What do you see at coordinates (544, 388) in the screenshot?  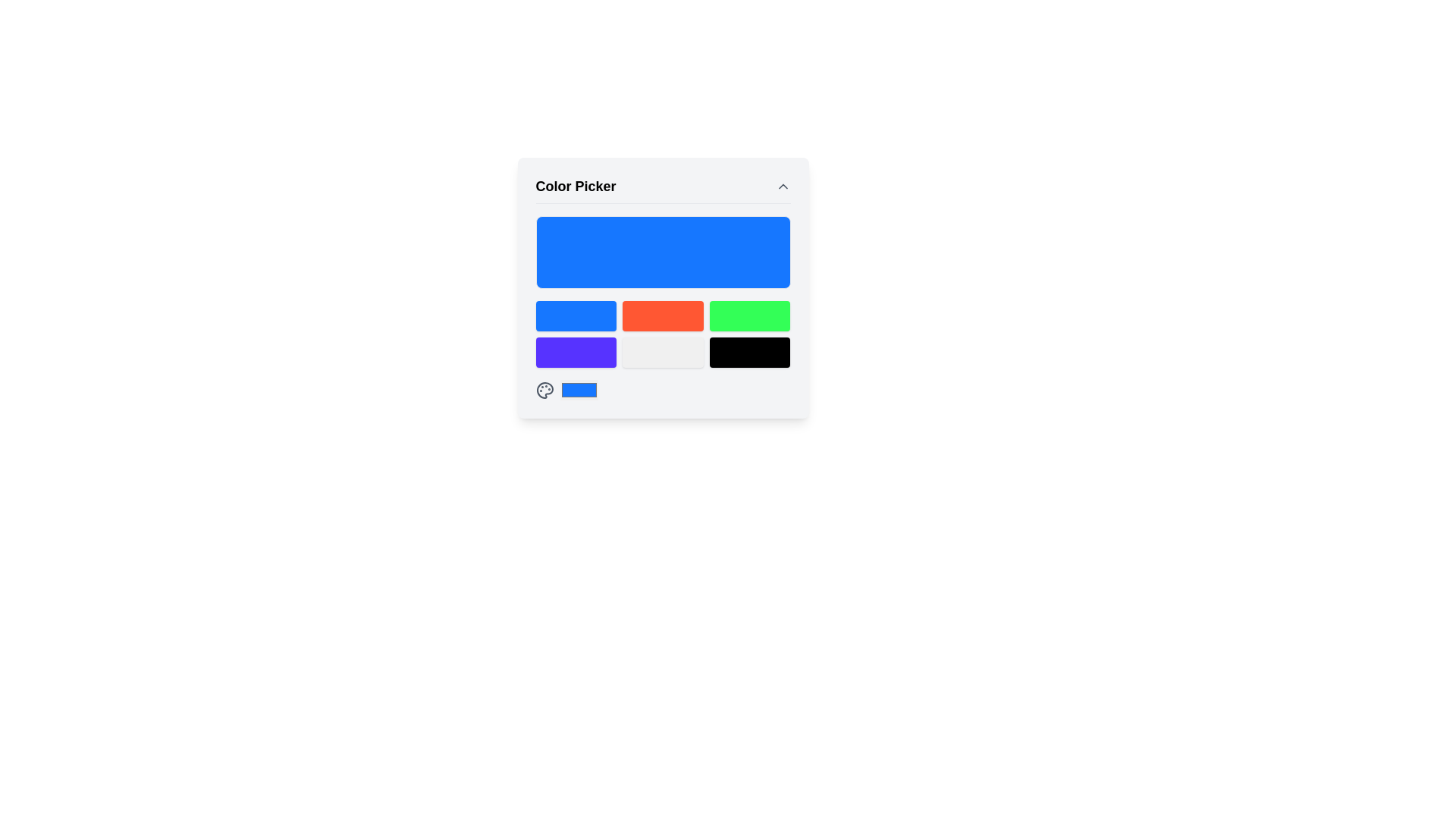 I see `the distinctive palette icon located in the bottom left corner of the color picker interface` at bounding box center [544, 388].